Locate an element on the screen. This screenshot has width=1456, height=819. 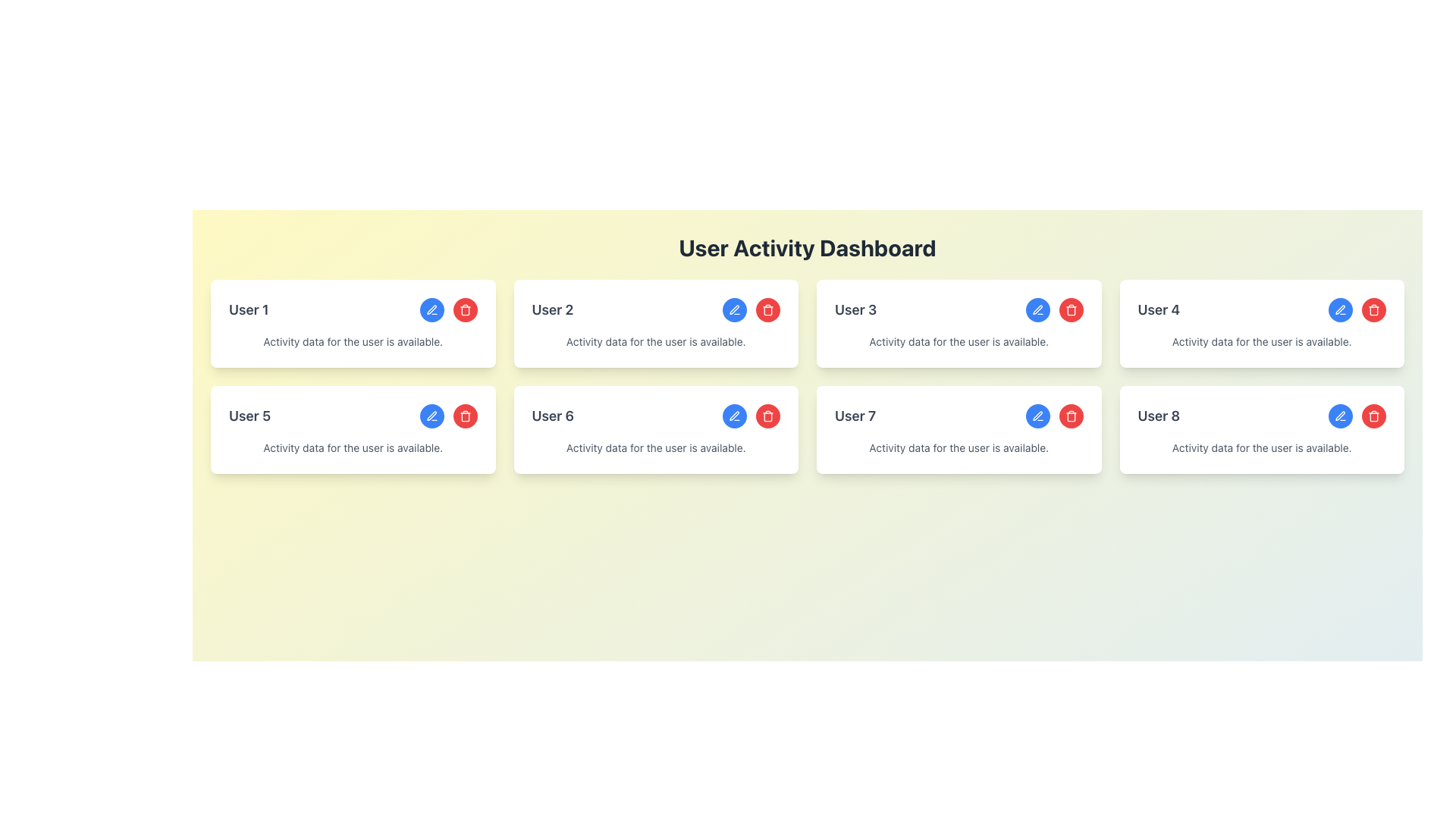
the circular button with a blue background and a pen icon, located to the right of the 'User 1' card in the 'User Activity Dashboard' is located at coordinates (431, 309).